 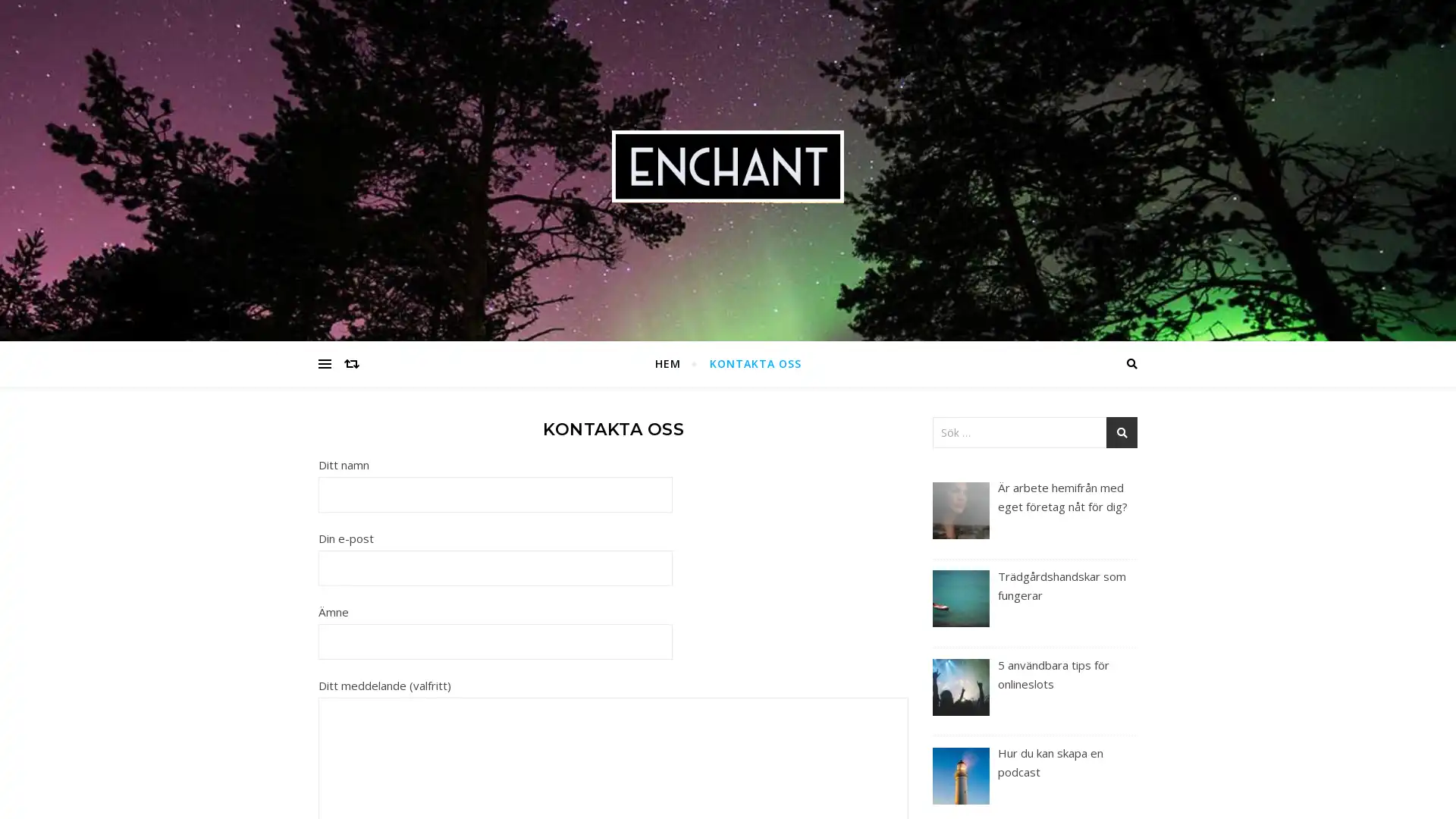 I want to click on st, so click(x=1122, y=432).